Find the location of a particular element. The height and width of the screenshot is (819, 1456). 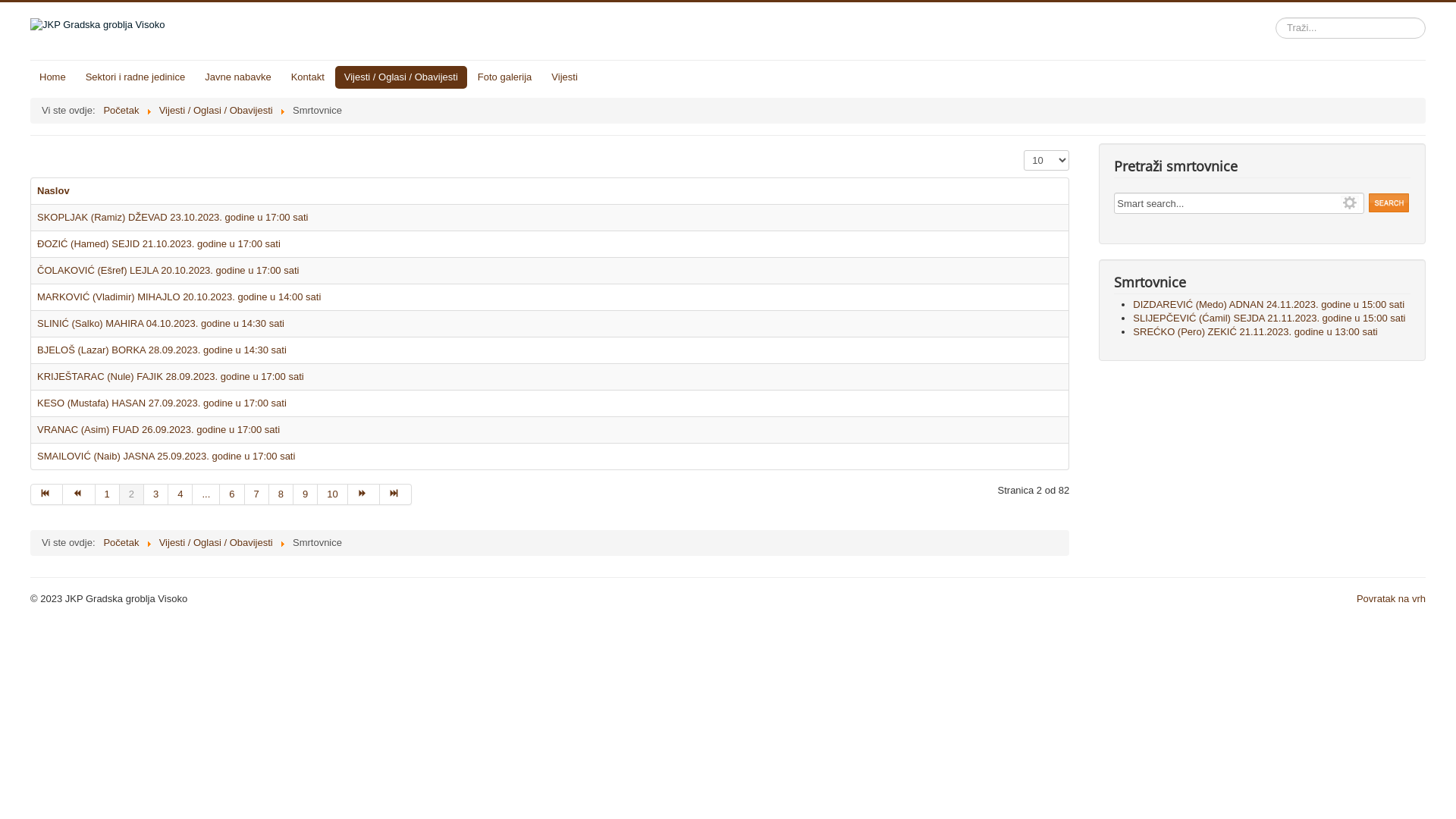

'Javne nabavke' is located at coordinates (237, 77).